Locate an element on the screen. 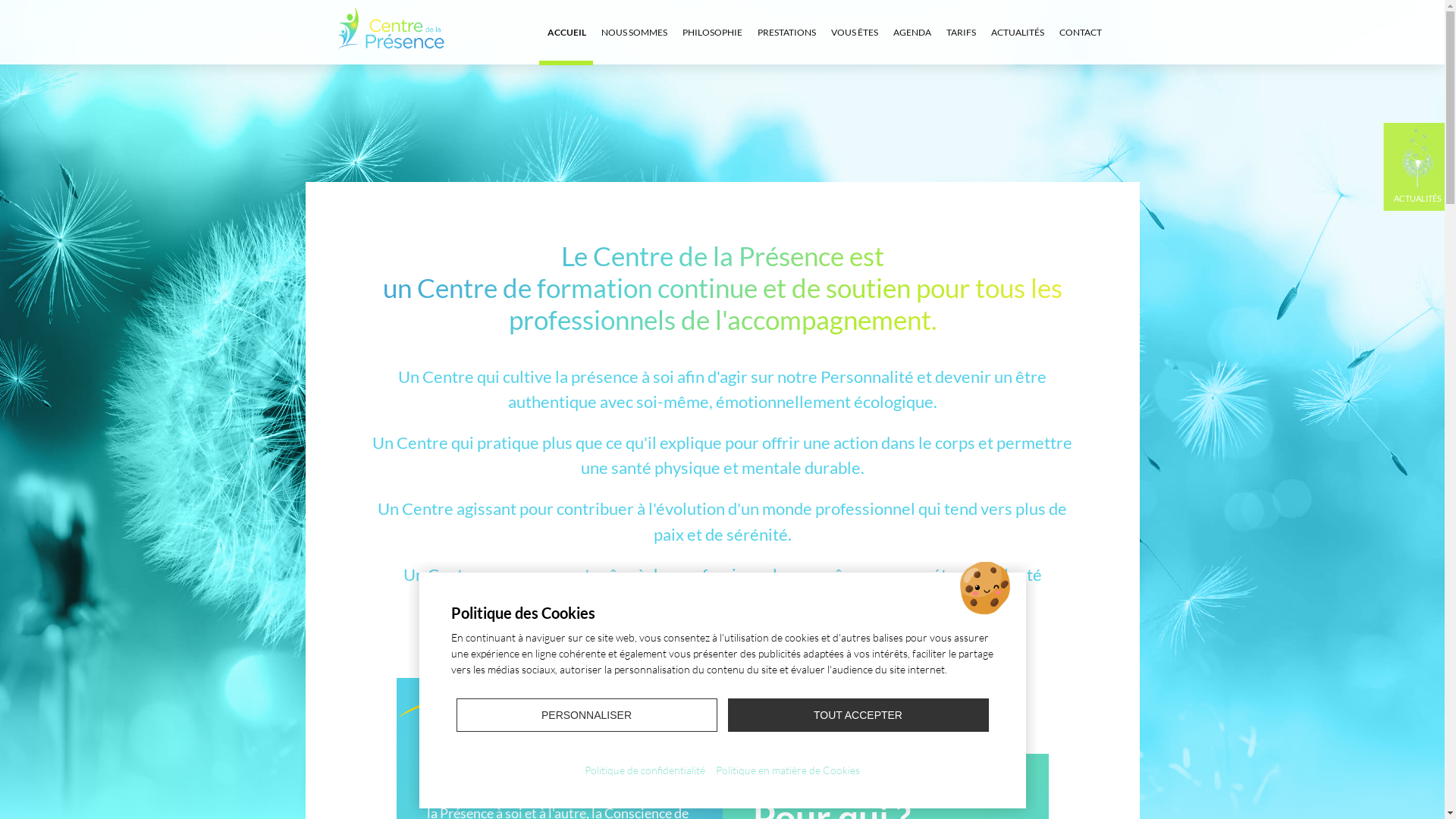  'CONTACT' is located at coordinates (1058, 32).